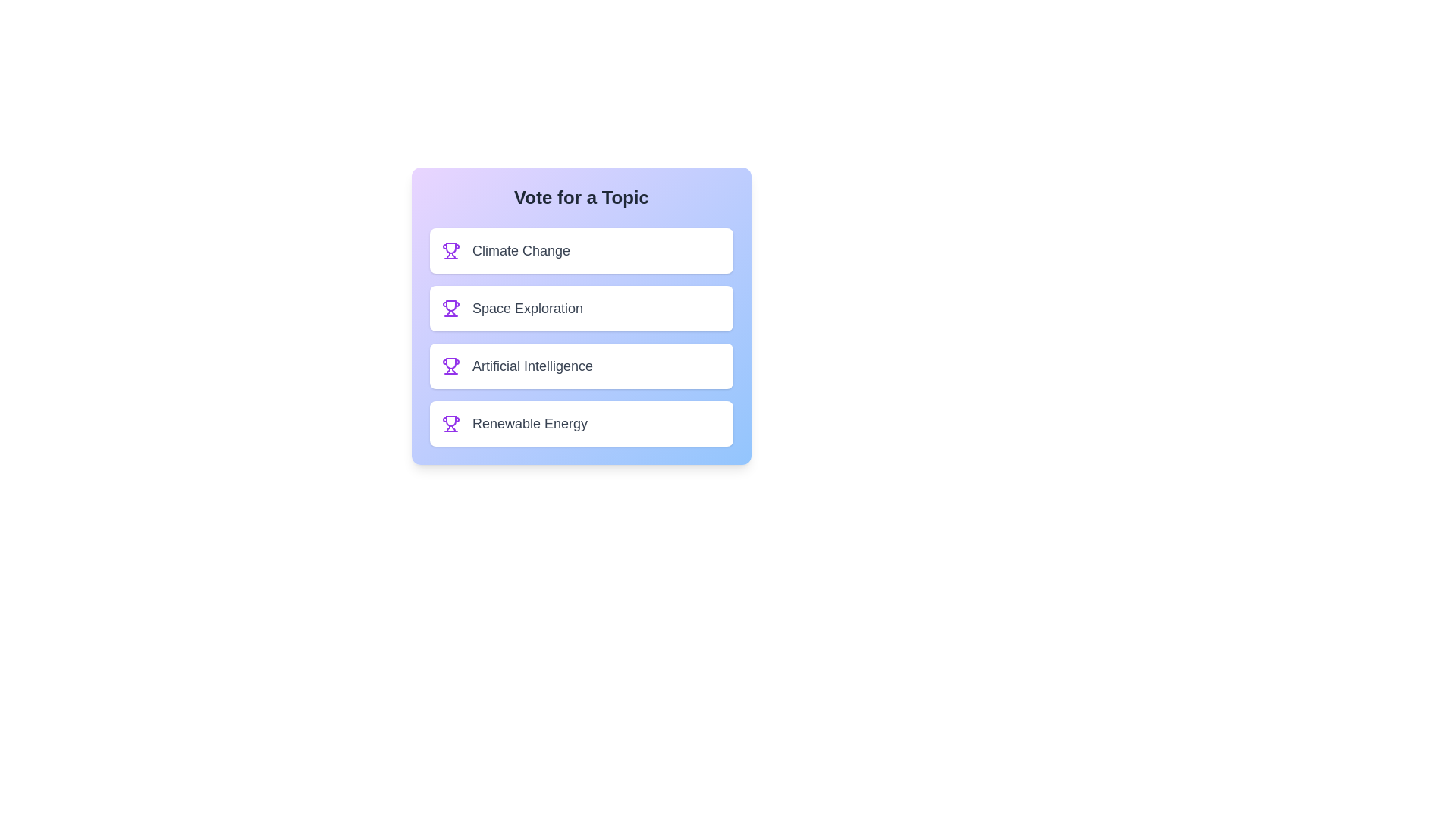 The width and height of the screenshot is (1456, 819). I want to click on the purple trophy icon styled in a flat design, located next to the text 'Climate Change' in the top-left corner of the first clickable card, so click(450, 250).